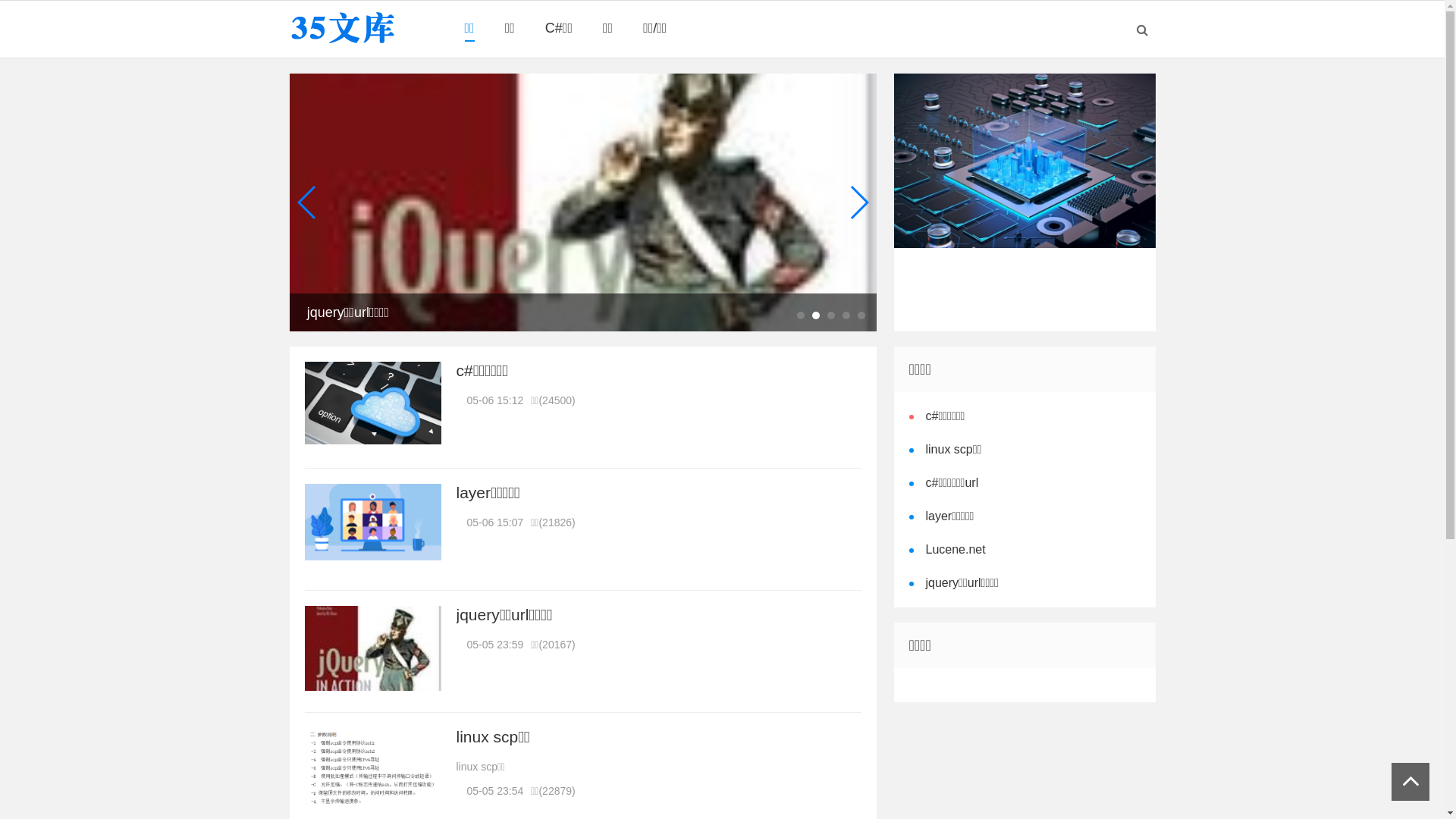  What do you see at coordinates (952, 549) in the screenshot?
I see `'Lucene.net'` at bounding box center [952, 549].